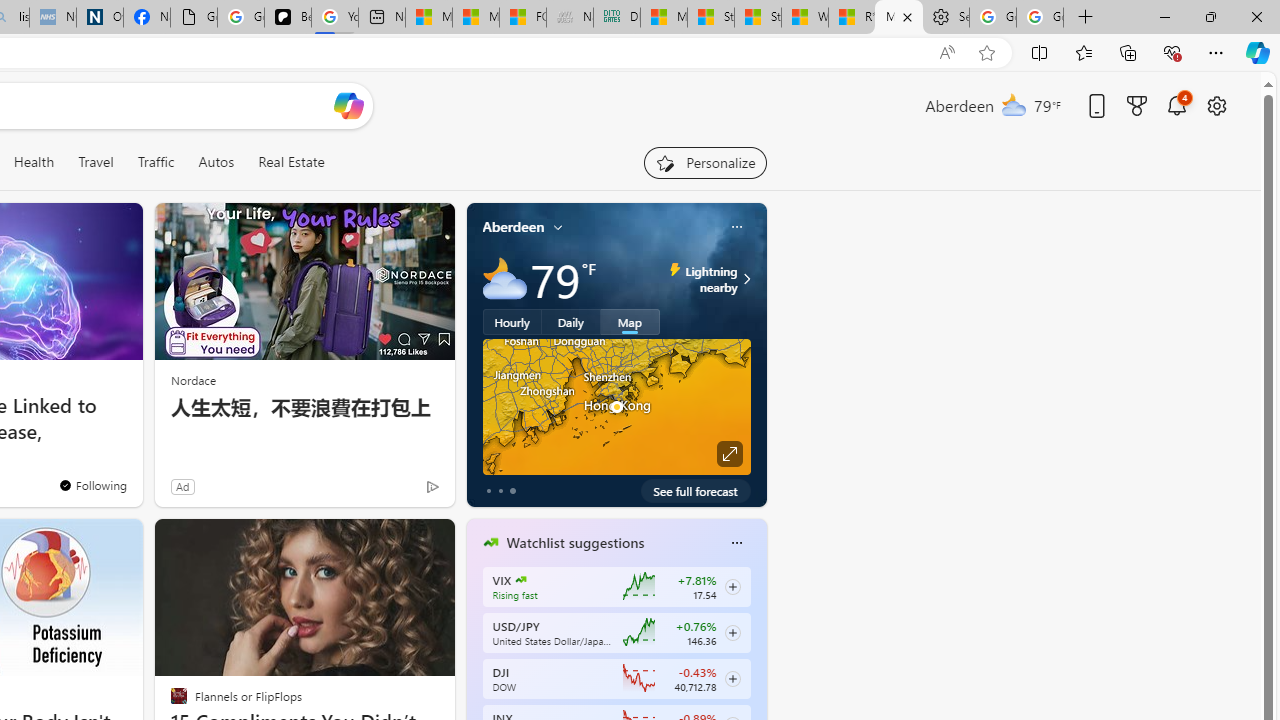 This screenshot has height=720, width=1280. Describe the element at coordinates (504, 279) in the screenshot. I see `'Mostly cloudy'` at that location.